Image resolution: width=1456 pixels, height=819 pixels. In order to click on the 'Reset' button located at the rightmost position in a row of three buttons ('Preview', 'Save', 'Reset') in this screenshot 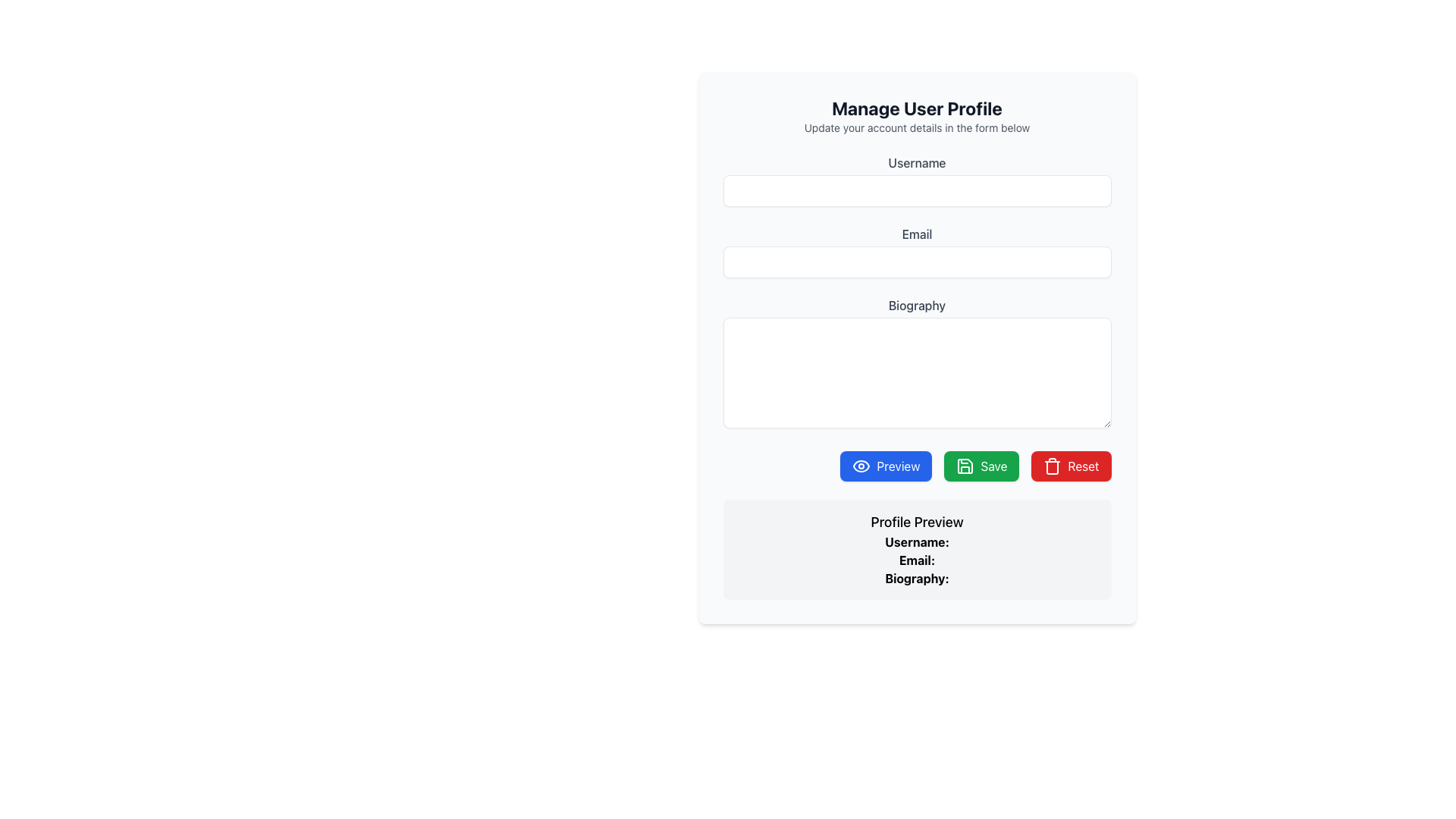, I will do `click(1070, 465)`.